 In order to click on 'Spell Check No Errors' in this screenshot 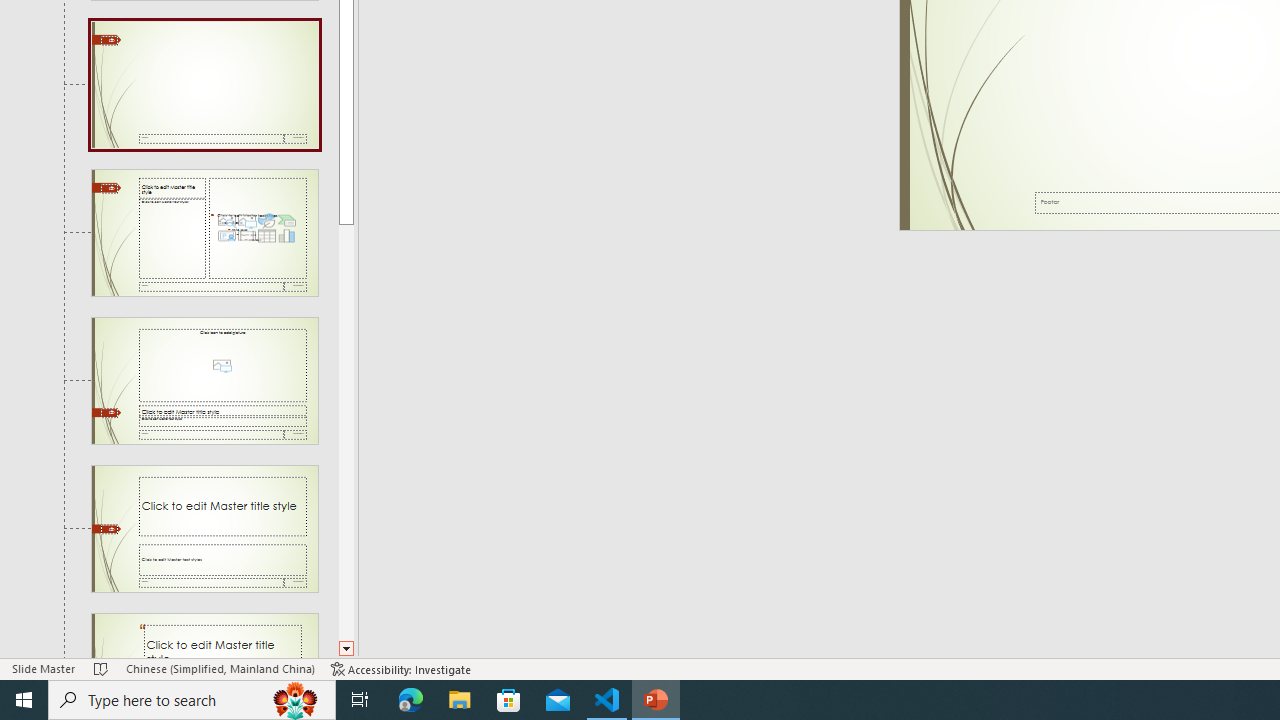, I will do `click(100, 669)`.